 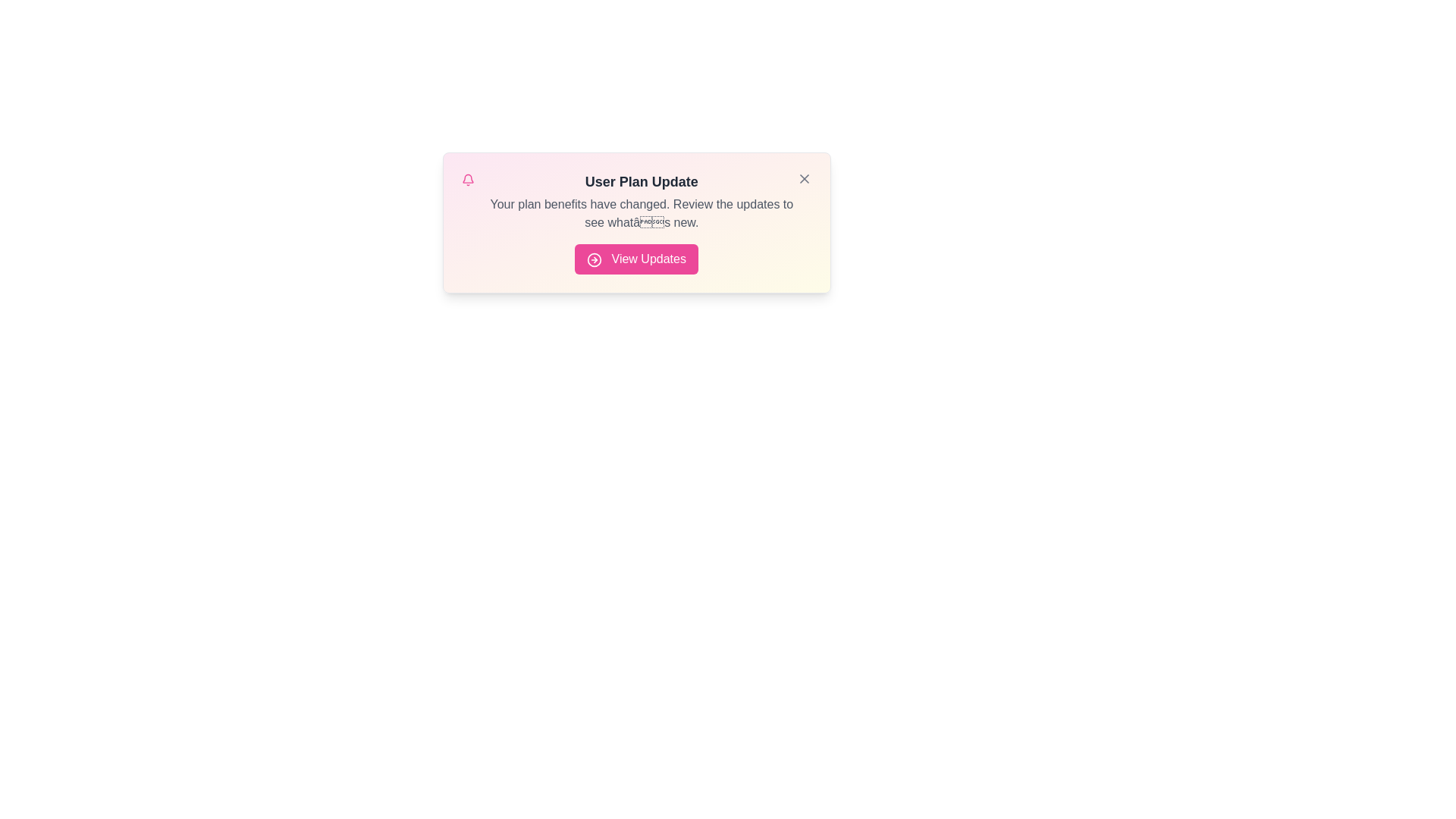 I want to click on the close_button to observe visual feedback, so click(x=803, y=177).